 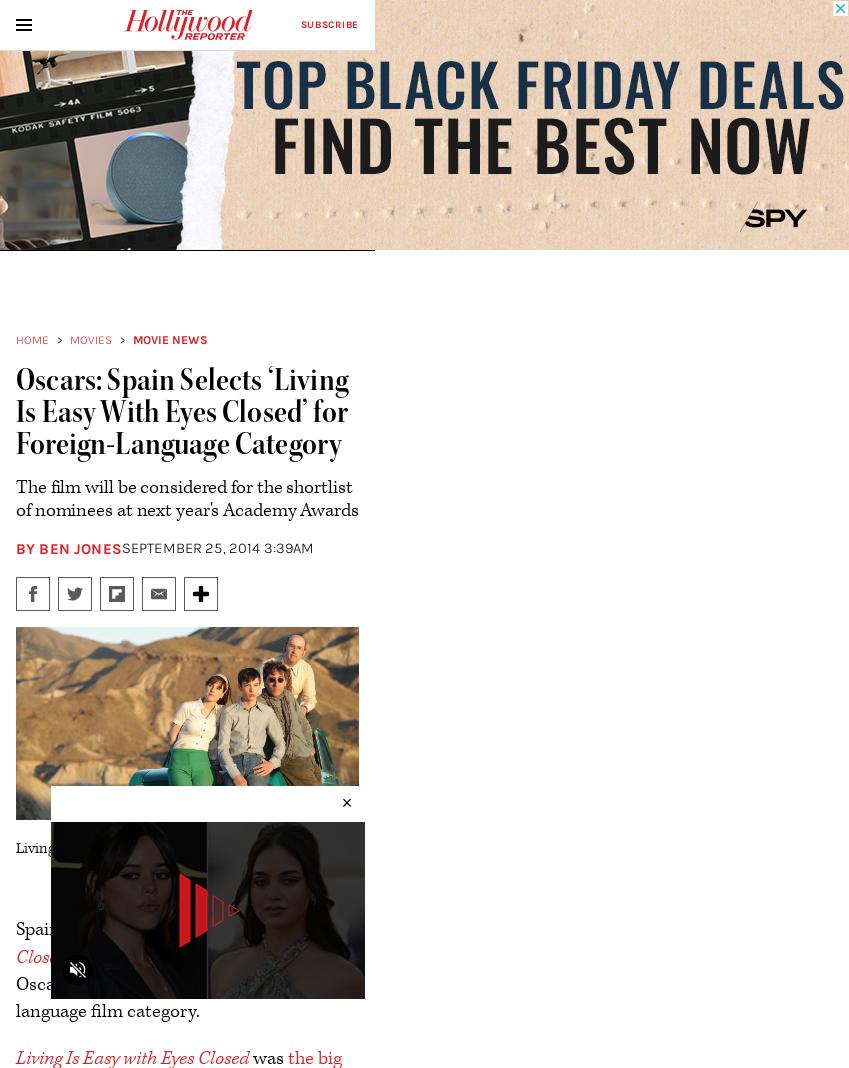 What do you see at coordinates (90, 927) in the screenshot?
I see `'Spain has selected'` at bounding box center [90, 927].